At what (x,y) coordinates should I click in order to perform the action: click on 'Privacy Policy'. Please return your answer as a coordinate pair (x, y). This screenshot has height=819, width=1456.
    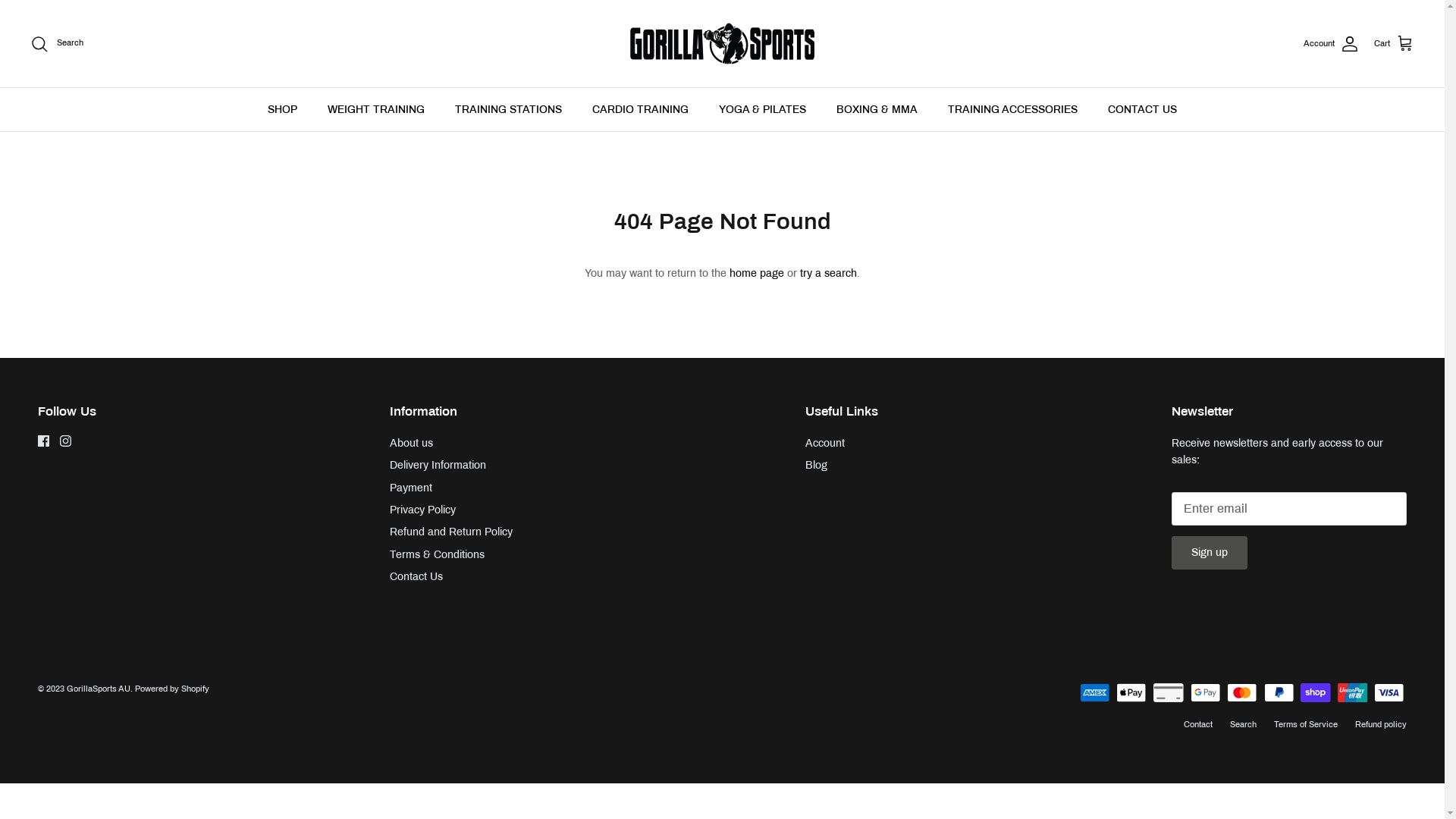
    Looking at the image, I should click on (389, 510).